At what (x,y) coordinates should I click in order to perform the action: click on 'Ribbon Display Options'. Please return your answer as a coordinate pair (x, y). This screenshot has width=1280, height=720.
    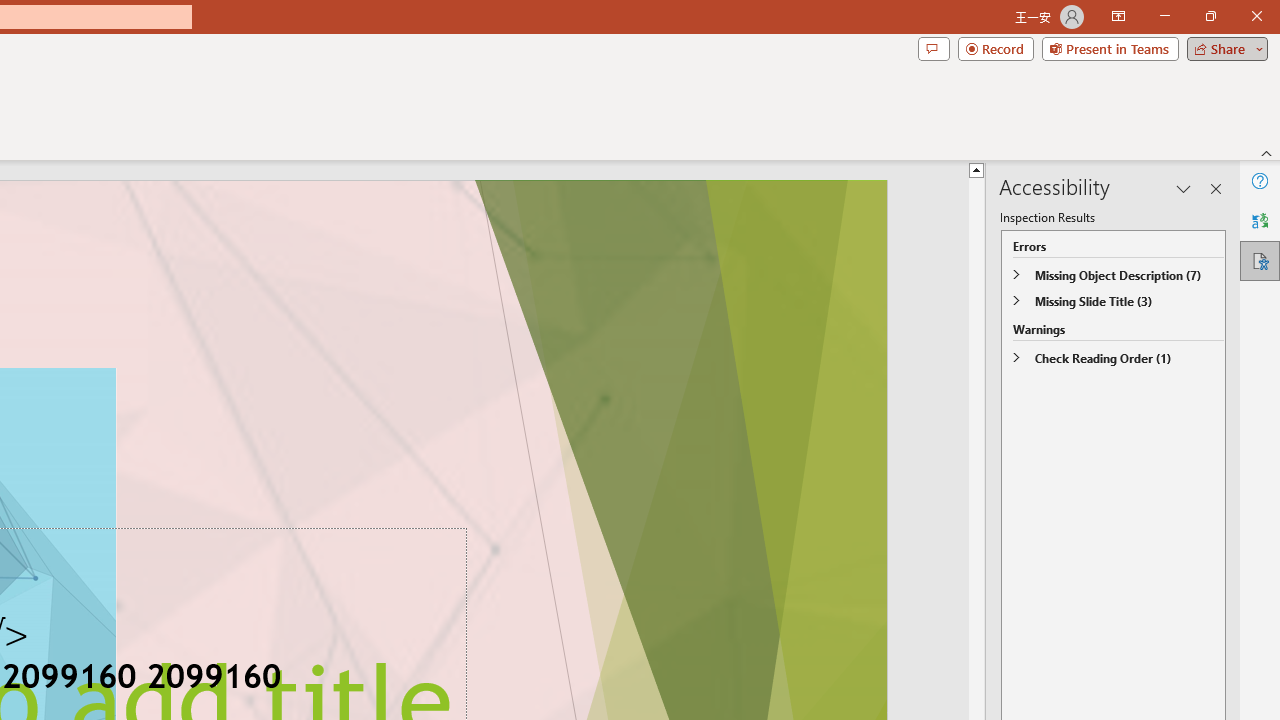
    Looking at the image, I should click on (1117, 16).